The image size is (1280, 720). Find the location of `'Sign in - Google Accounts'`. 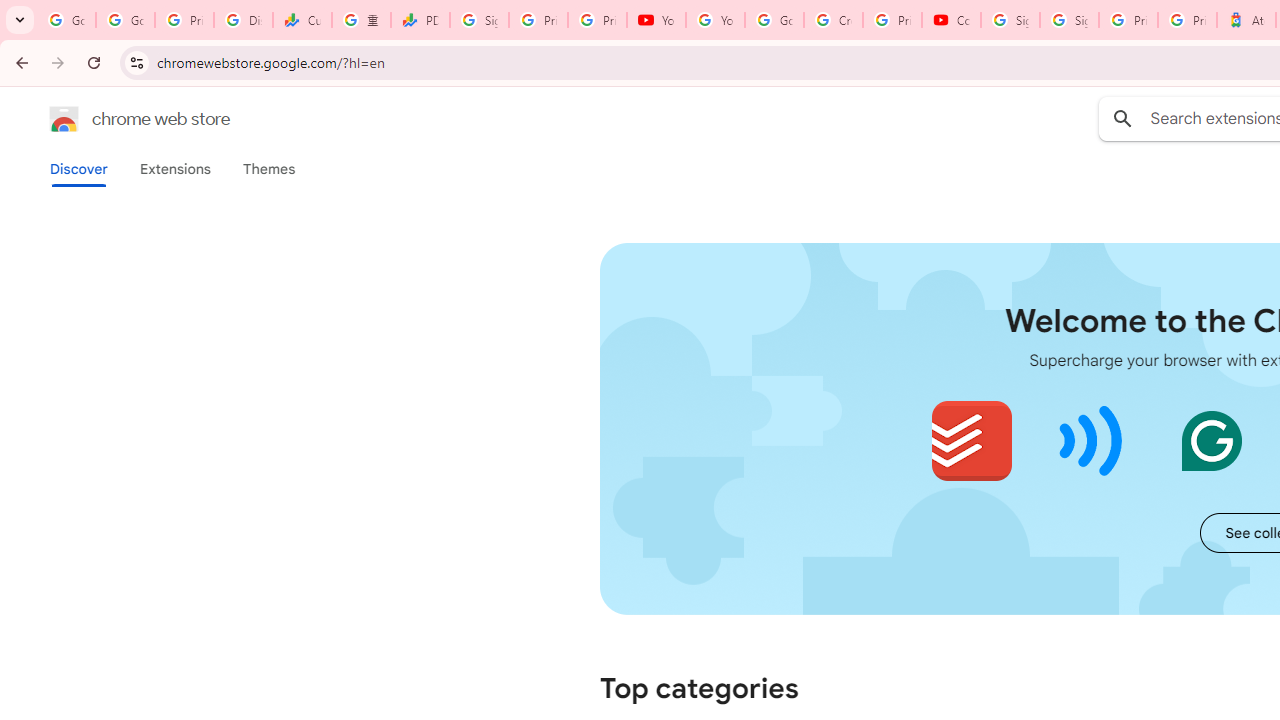

'Sign in - Google Accounts' is located at coordinates (1010, 20).